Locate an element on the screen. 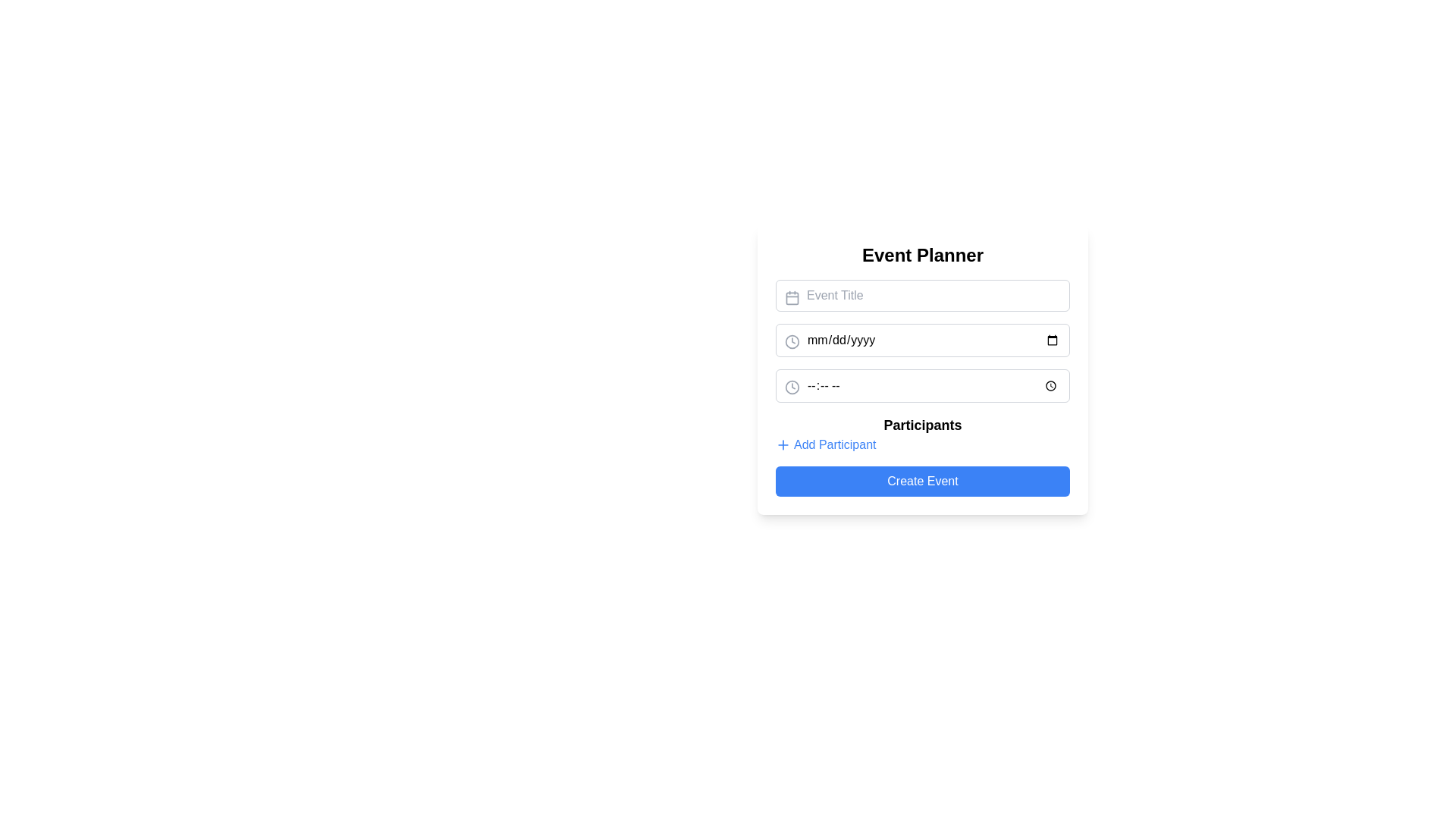 This screenshot has height=819, width=1456. the 'Participants' heading, which displays bold black text in a larger font size and is positioned above the 'Add Participant' button is located at coordinates (922, 425).